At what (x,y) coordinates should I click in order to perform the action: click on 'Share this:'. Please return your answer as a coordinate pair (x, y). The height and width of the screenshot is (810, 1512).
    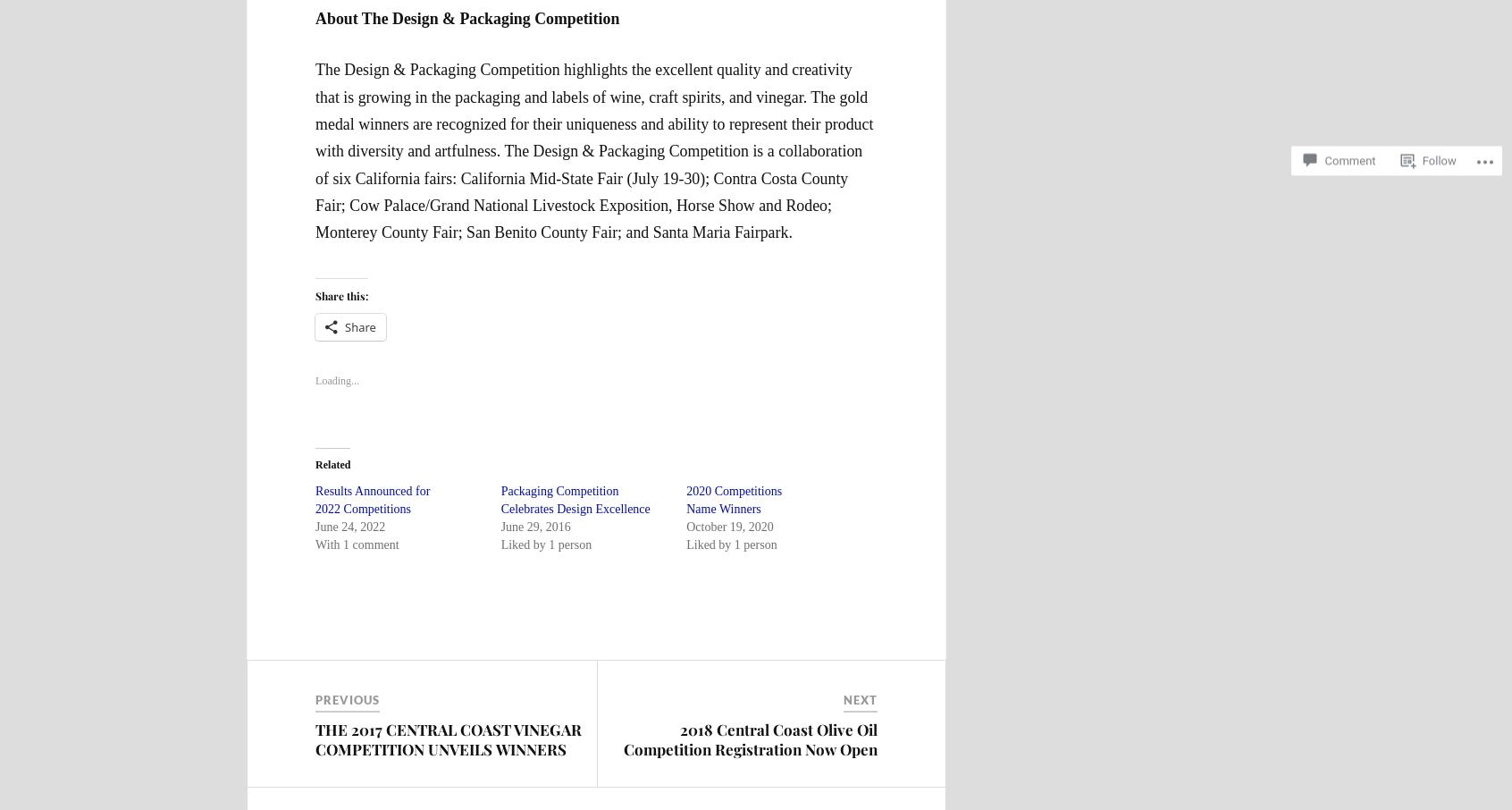
    Looking at the image, I should click on (341, 295).